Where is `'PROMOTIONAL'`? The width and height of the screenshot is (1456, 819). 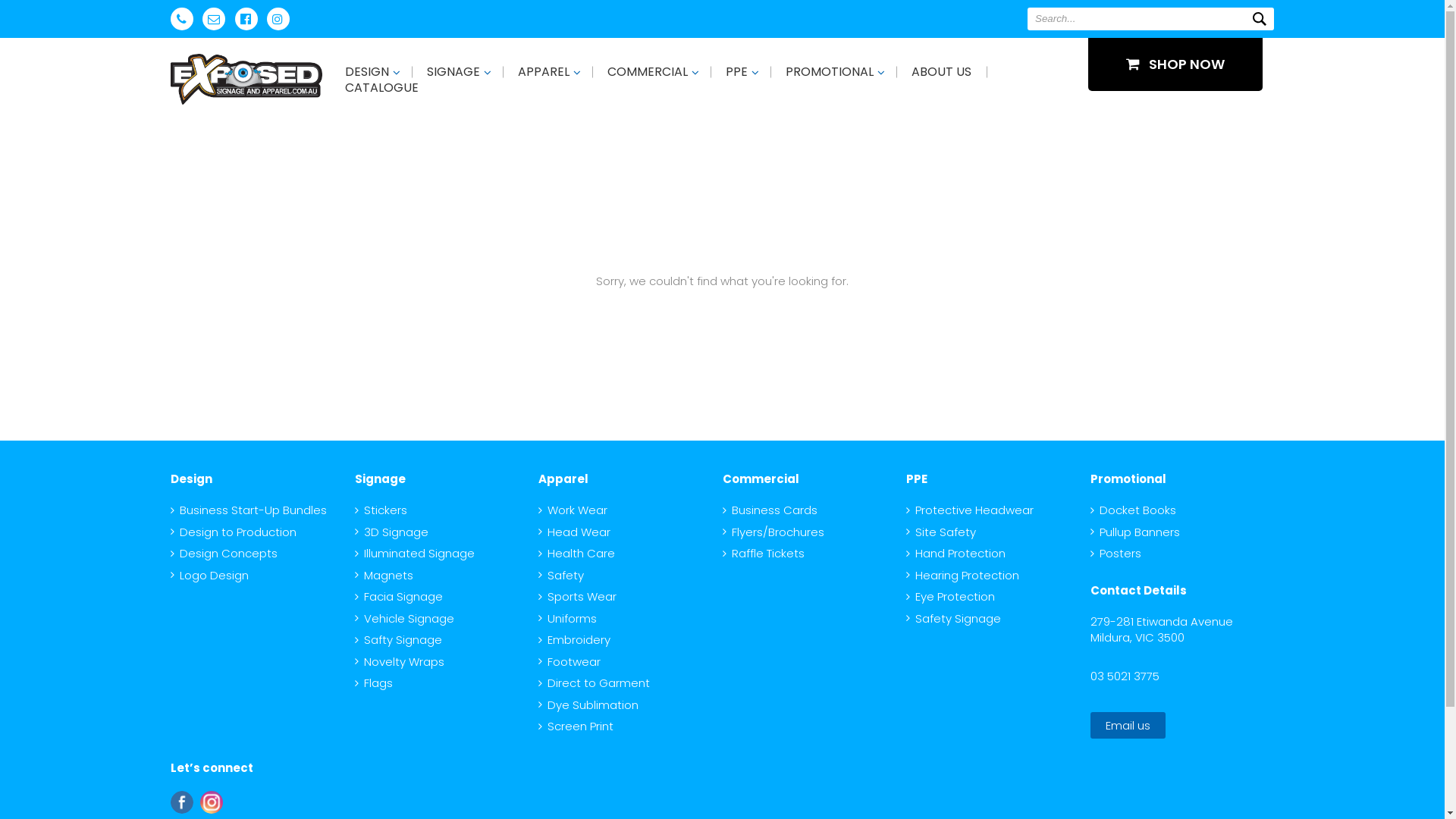 'PROMOTIONAL' is located at coordinates (829, 71).